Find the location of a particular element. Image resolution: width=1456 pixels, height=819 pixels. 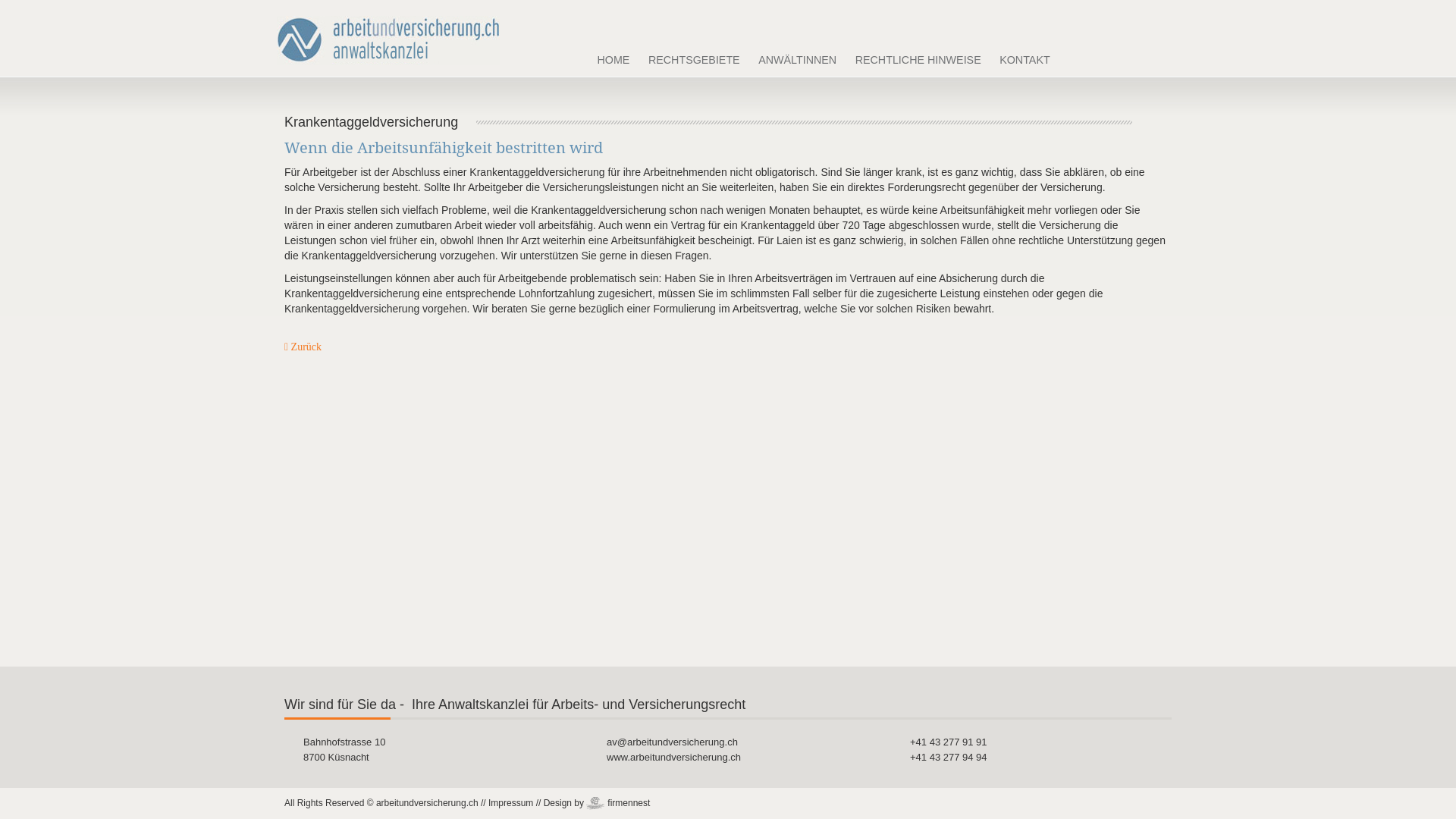

'RECHTSGEBIETE' is located at coordinates (693, 59).